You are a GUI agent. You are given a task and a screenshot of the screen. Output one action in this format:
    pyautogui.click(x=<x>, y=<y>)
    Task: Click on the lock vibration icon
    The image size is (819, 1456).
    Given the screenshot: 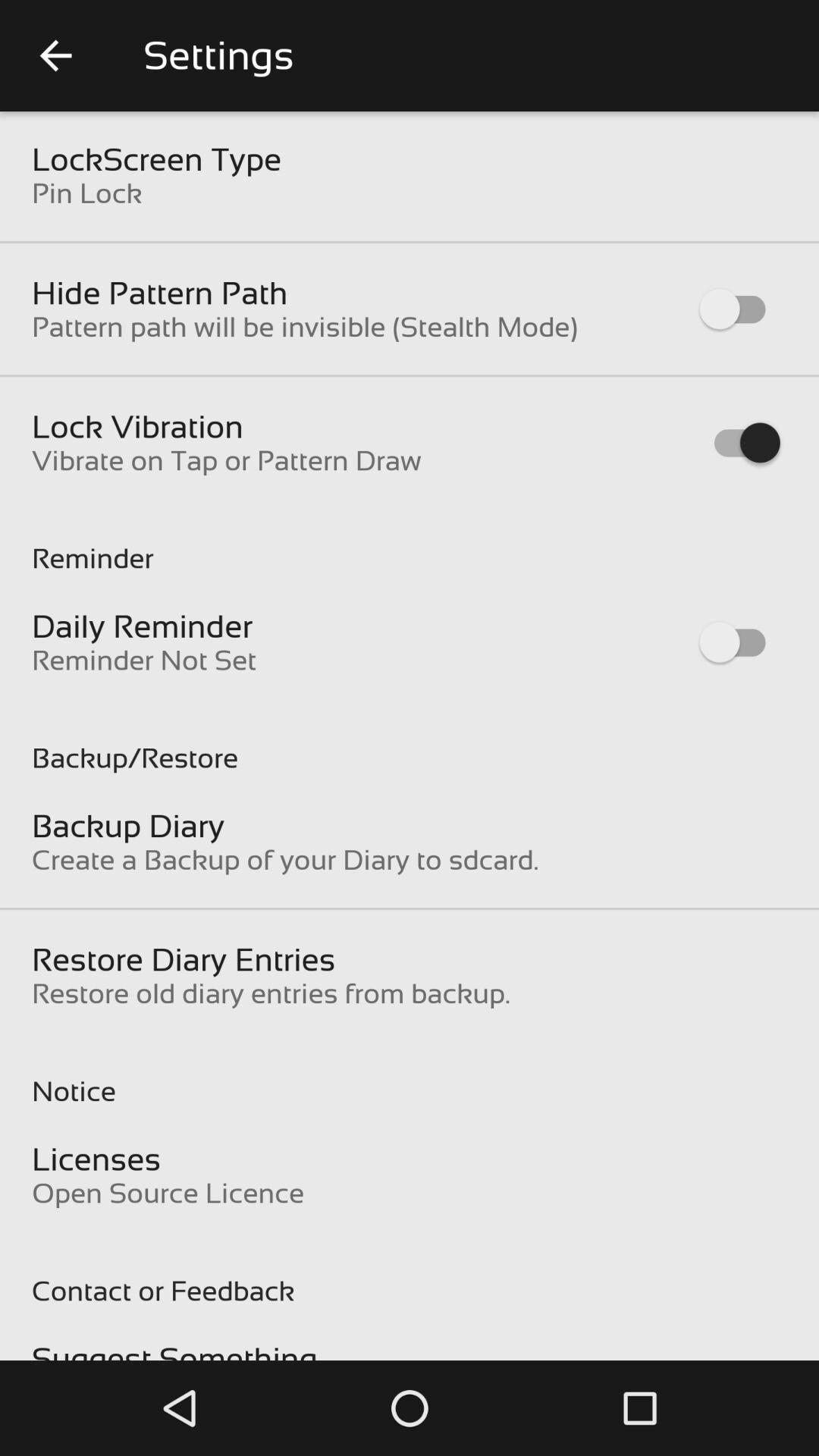 What is the action you would take?
    pyautogui.click(x=137, y=425)
    